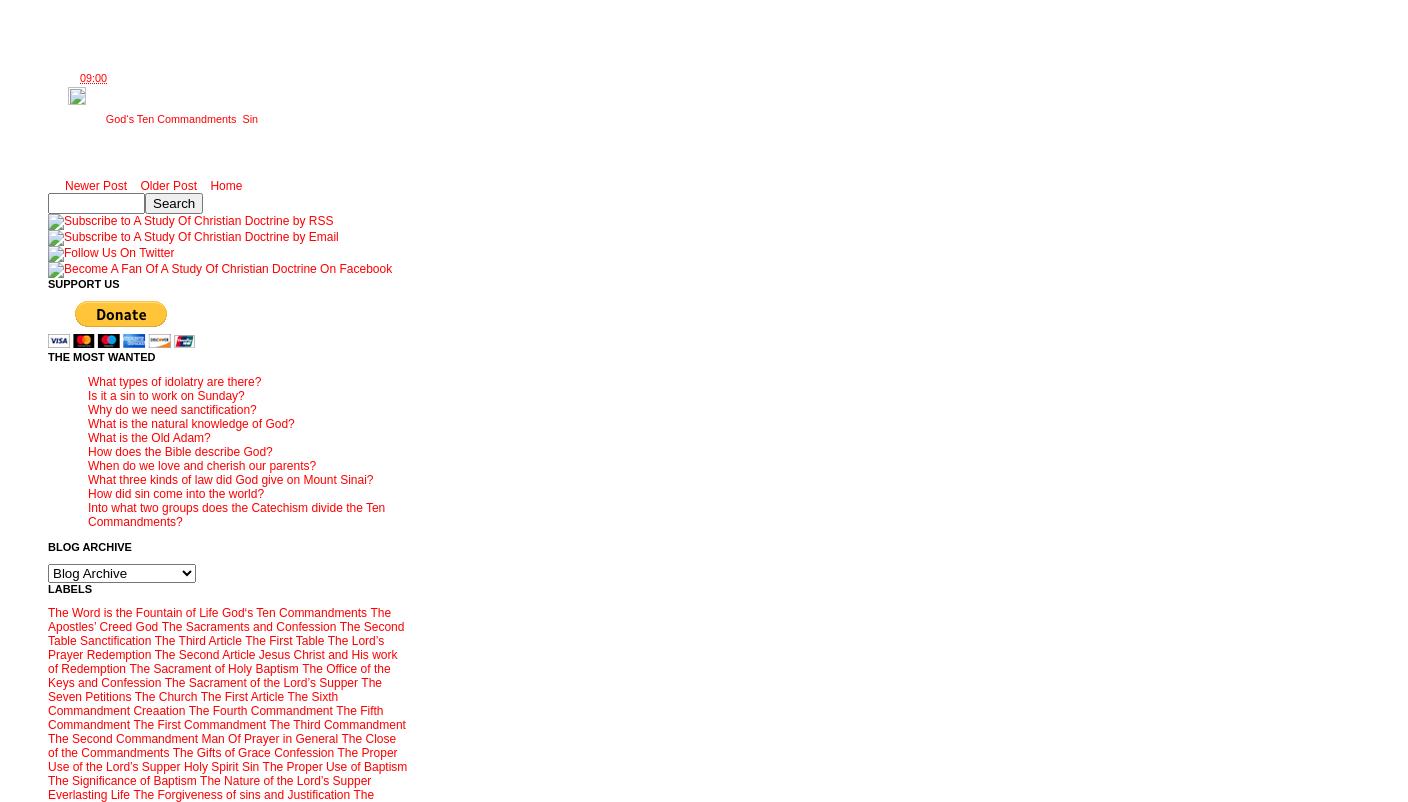 This screenshot has width=1408, height=802. What do you see at coordinates (221, 661) in the screenshot?
I see `'Jesus Christ and His work of Redemption'` at bounding box center [221, 661].